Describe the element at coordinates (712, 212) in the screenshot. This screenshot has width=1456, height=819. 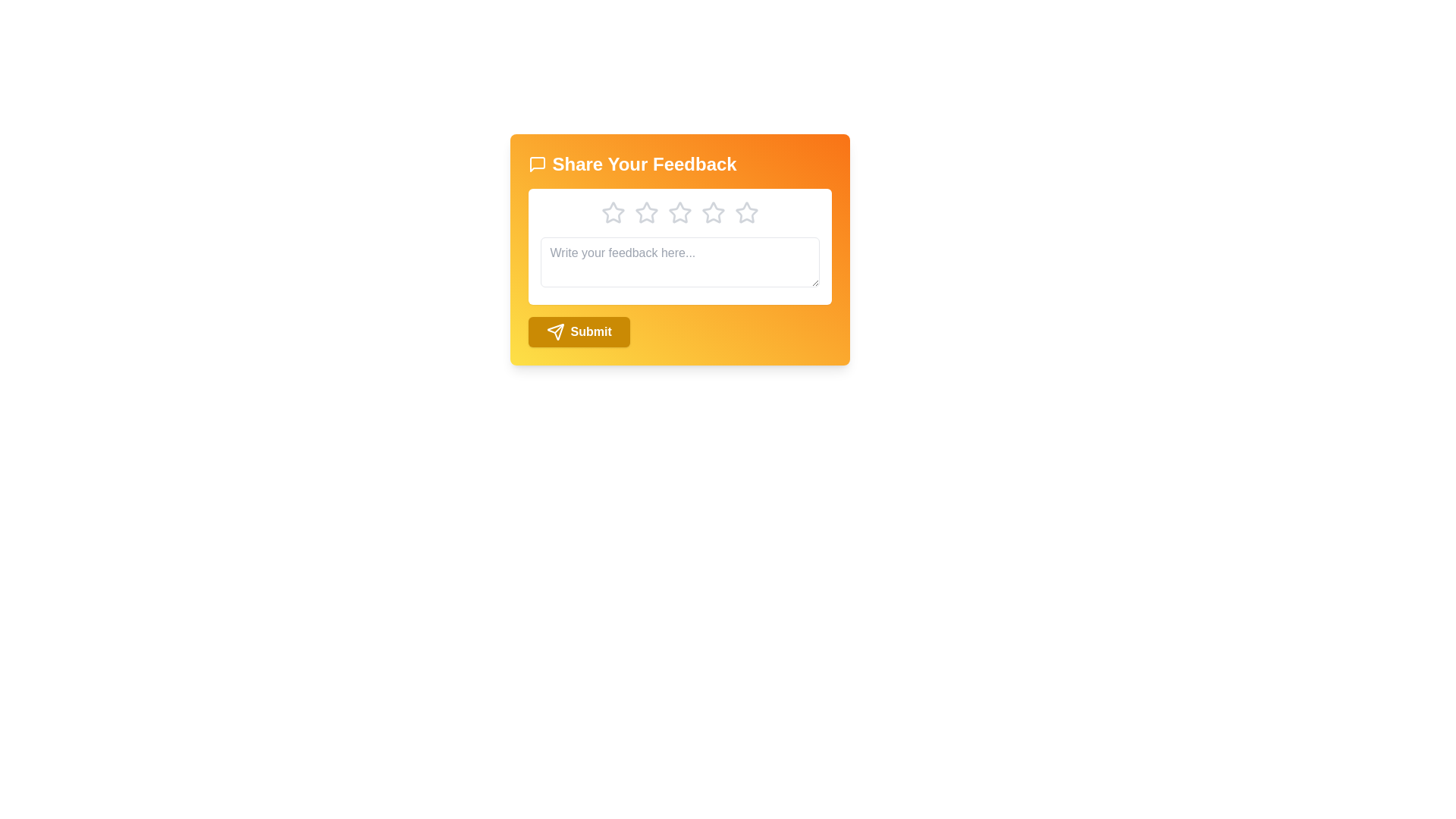
I see `the third star icon in the rating component, which is a hollow light gray star positioned below the 'Share Your Feedback' heading` at that location.